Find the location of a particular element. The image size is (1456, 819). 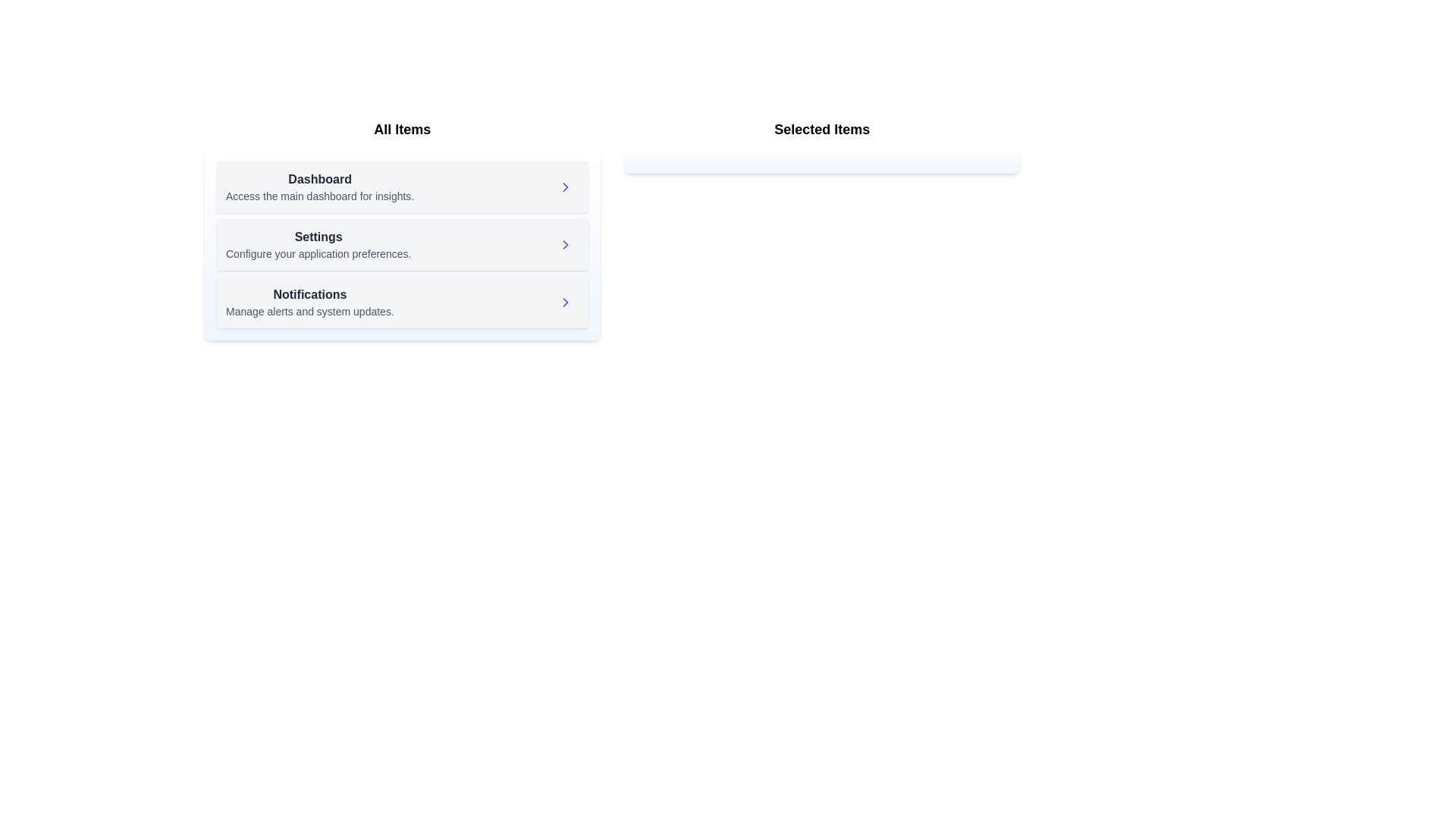

the 'Selected Items' panel to view its contents is located at coordinates (821, 230).